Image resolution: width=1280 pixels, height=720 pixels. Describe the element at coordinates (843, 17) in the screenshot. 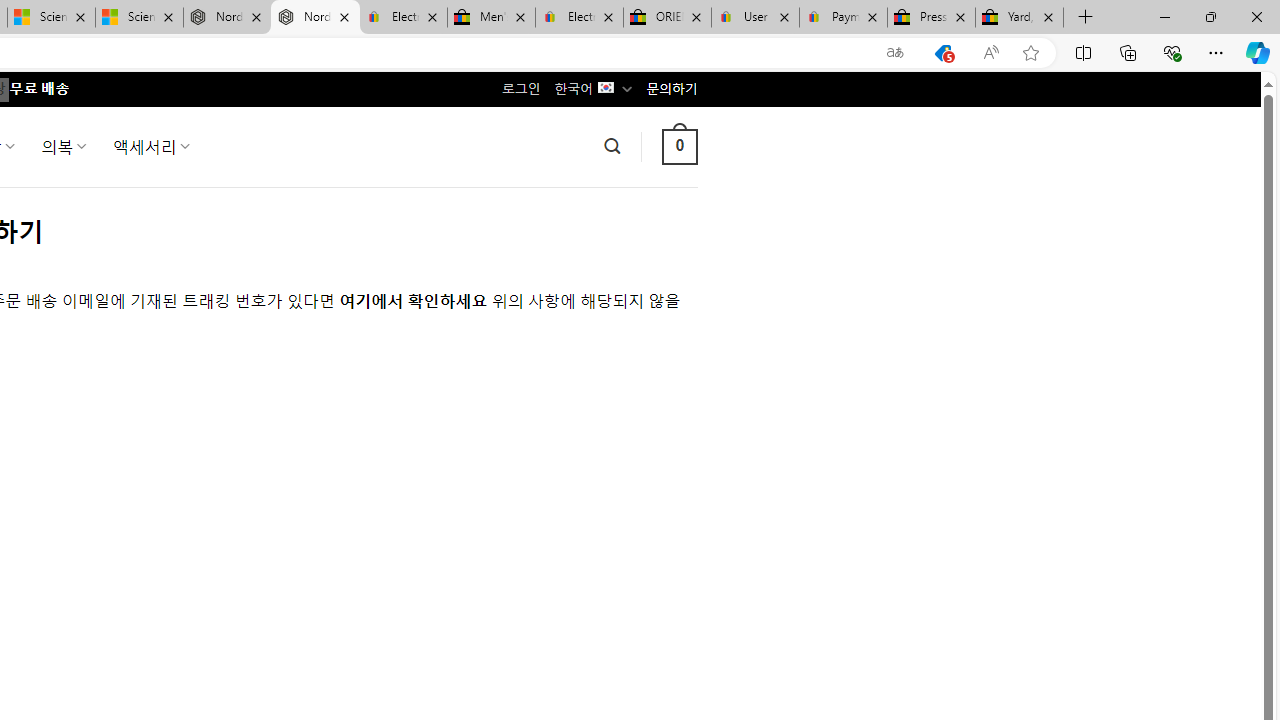

I see `'Payments Terms of Use | eBay.com'` at that location.